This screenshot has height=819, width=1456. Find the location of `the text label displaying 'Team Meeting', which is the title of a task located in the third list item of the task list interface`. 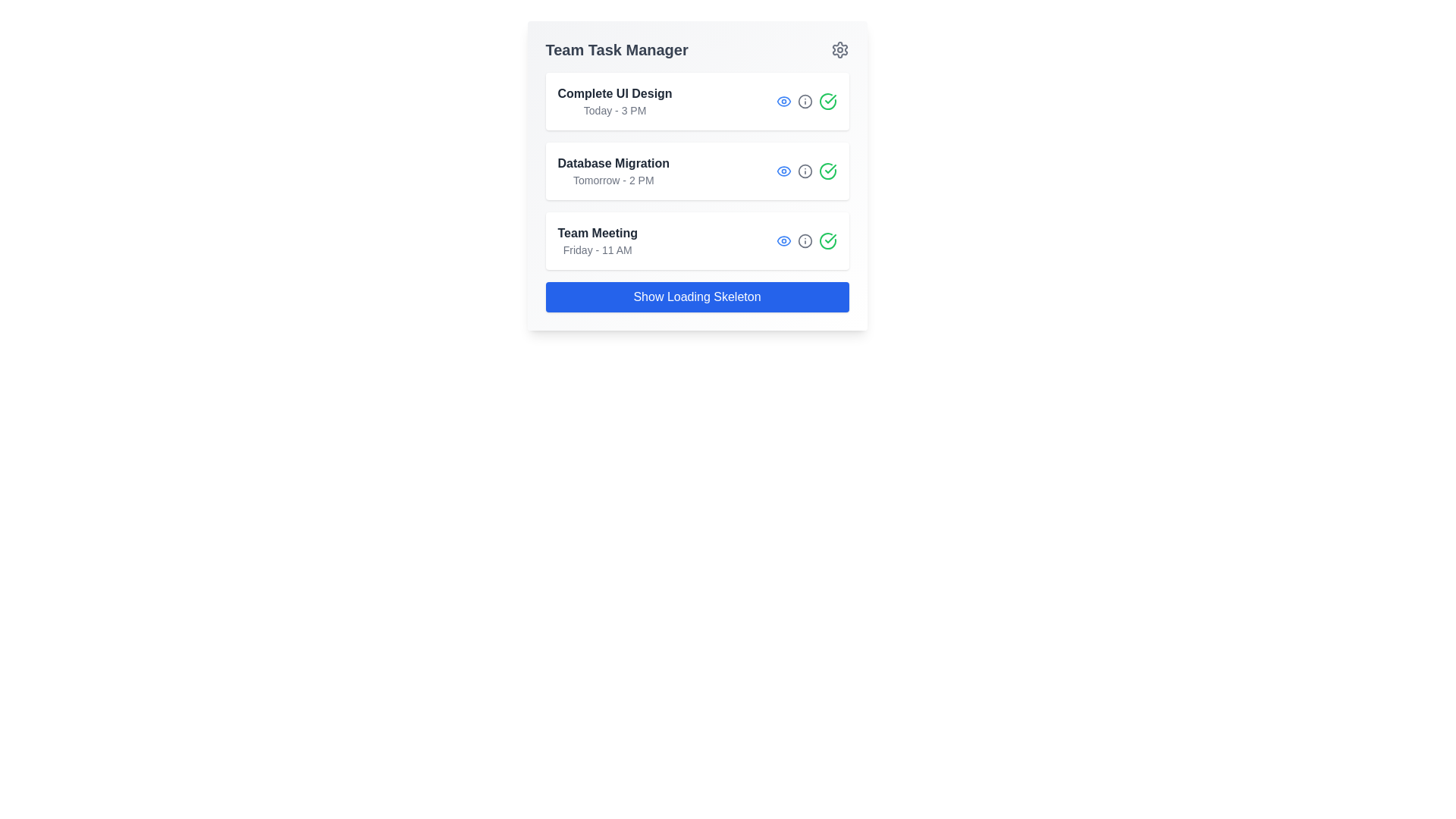

the text label displaying 'Team Meeting', which is the title of a task located in the third list item of the task list interface is located at coordinates (597, 234).